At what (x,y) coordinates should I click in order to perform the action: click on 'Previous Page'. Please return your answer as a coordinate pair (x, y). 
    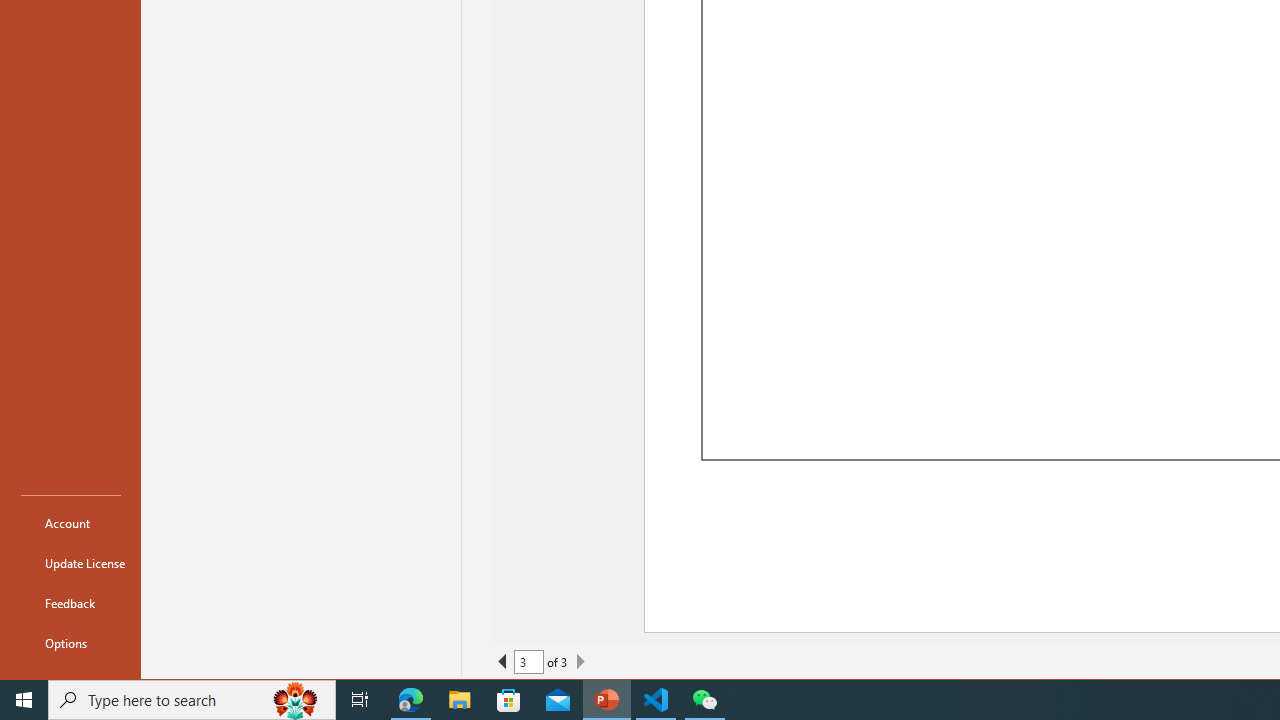
    Looking at the image, I should click on (503, 662).